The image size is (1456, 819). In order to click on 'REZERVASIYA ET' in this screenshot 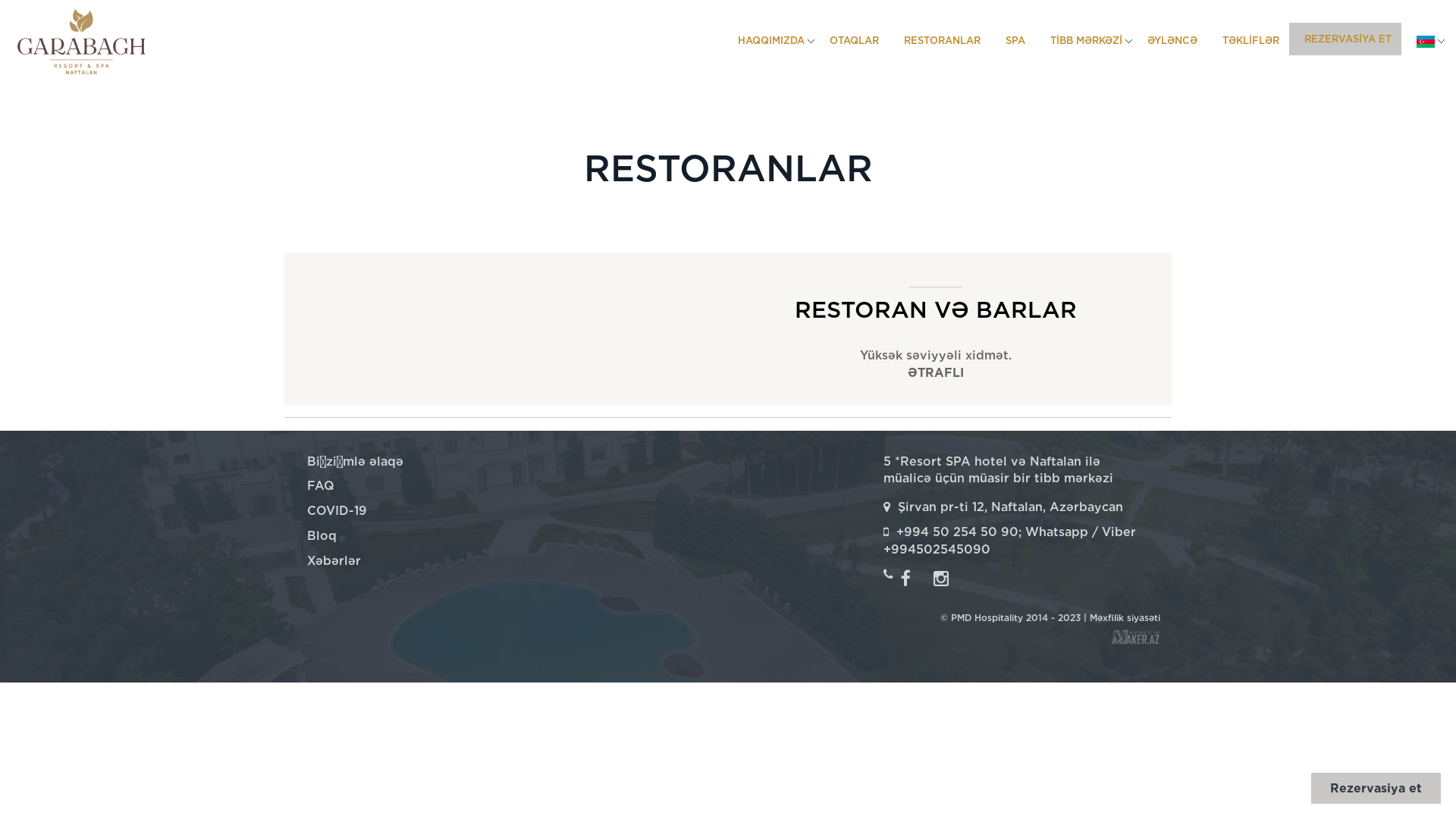, I will do `click(1345, 38)`.